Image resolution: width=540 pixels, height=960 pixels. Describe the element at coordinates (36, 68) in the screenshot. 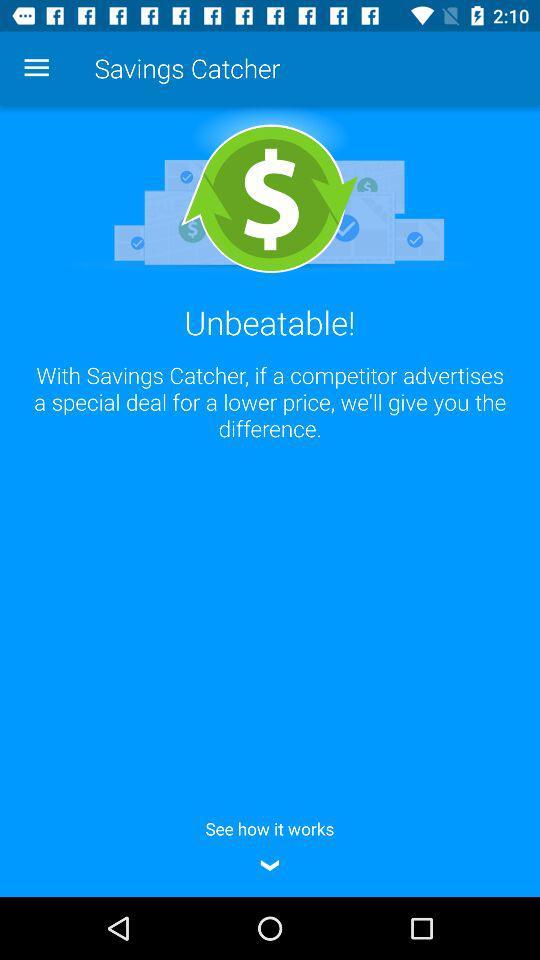

I see `item to the left of savings catcher icon` at that location.